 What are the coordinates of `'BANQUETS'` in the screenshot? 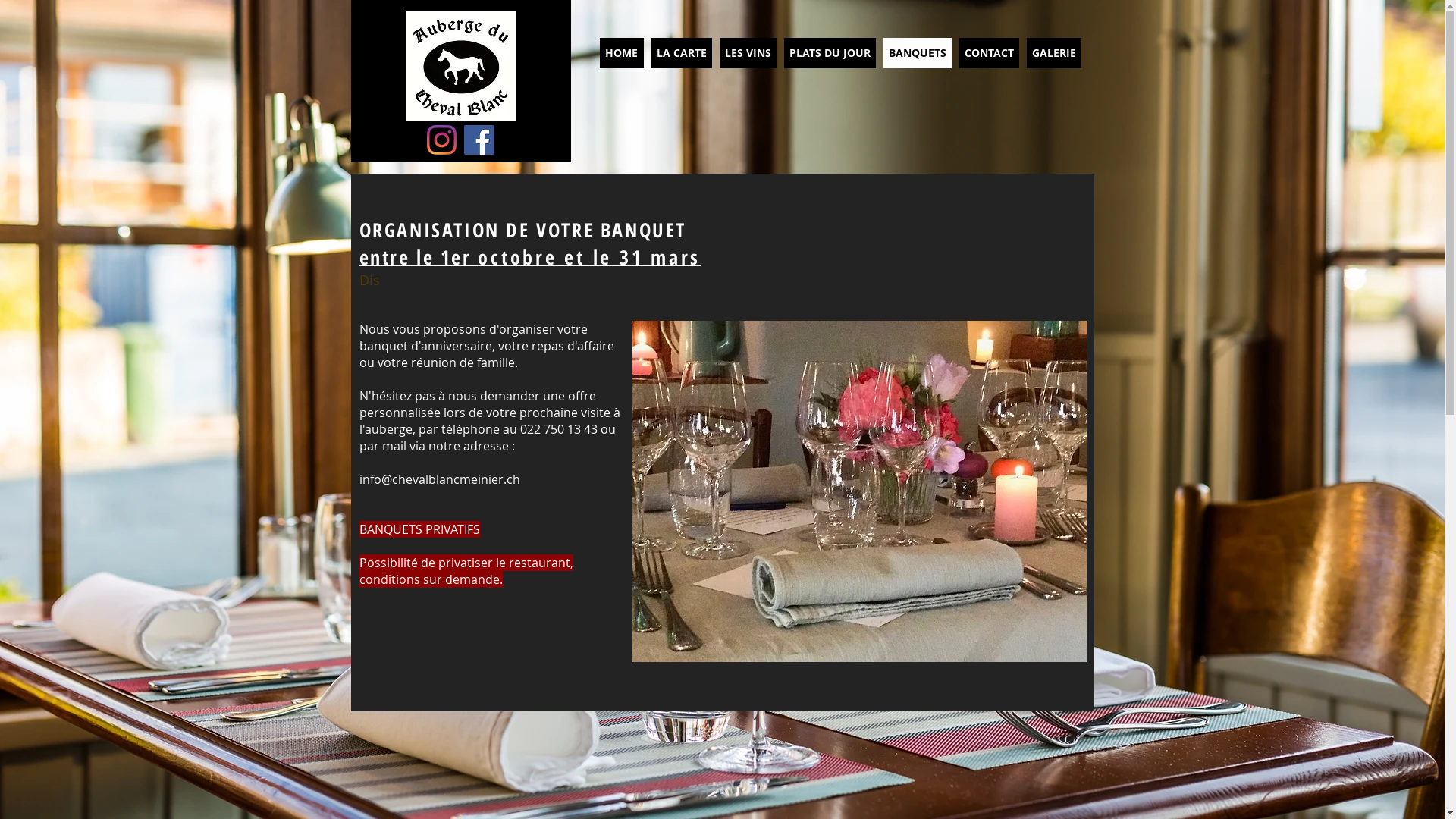 It's located at (916, 52).